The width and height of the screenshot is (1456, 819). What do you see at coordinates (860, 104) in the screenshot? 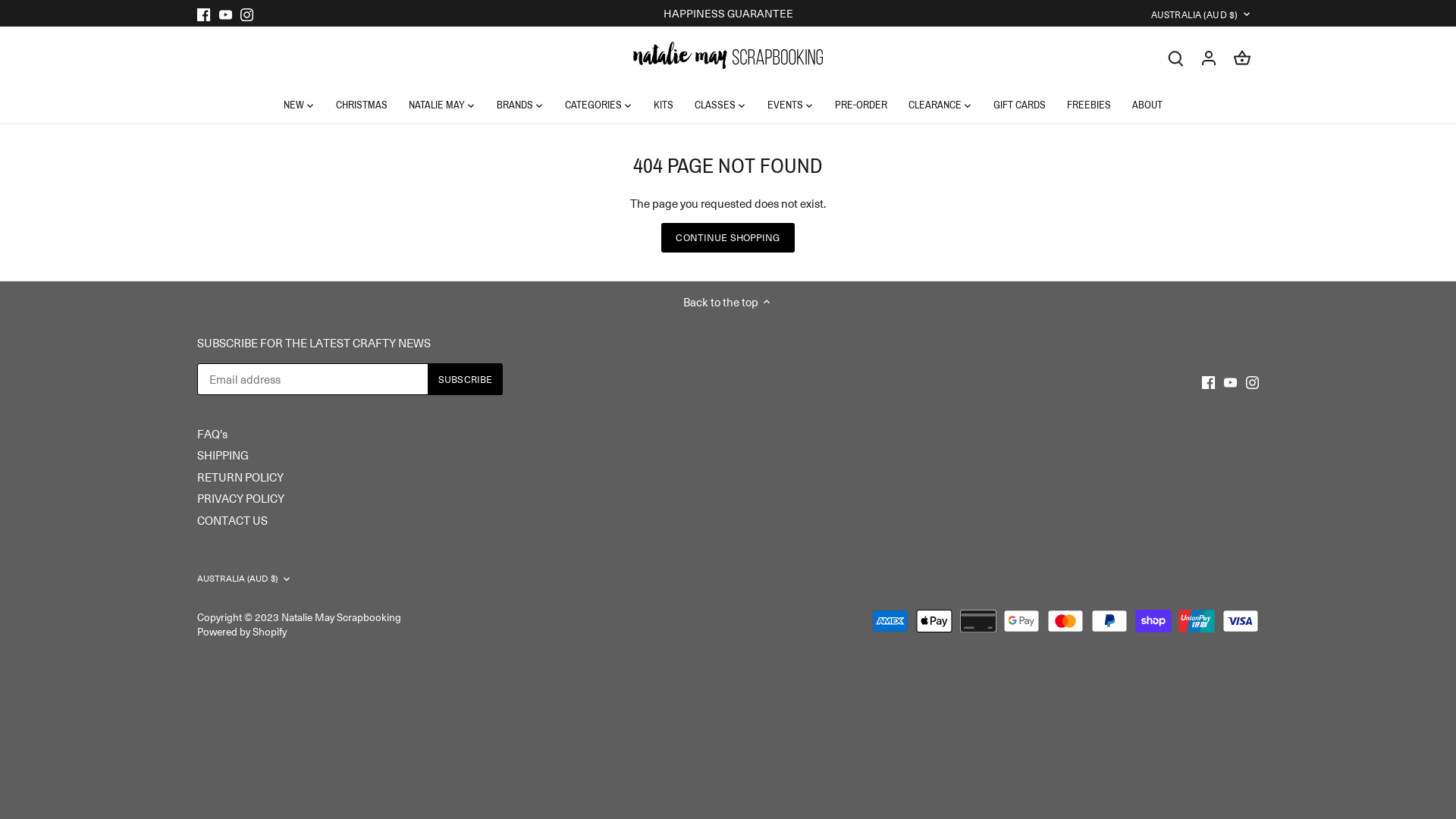
I see `'PRE-ORDER'` at bounding box center [860, 104].